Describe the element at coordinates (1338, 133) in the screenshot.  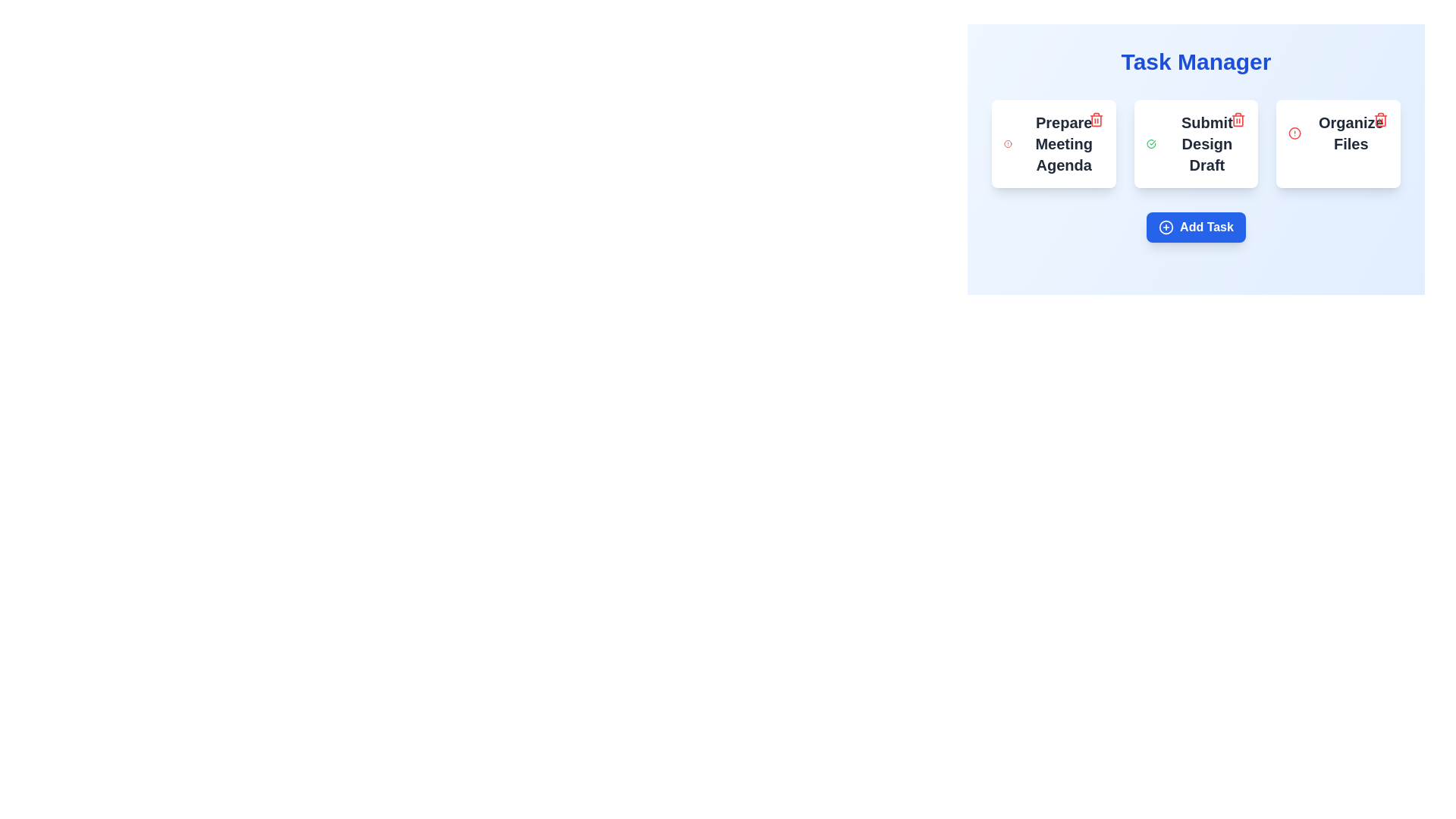
I see `task information from the card component labeled 'Organize Files', which features a bold text style and is positioned as the last card in a row of task cards within the Task Manager interface` at that location.